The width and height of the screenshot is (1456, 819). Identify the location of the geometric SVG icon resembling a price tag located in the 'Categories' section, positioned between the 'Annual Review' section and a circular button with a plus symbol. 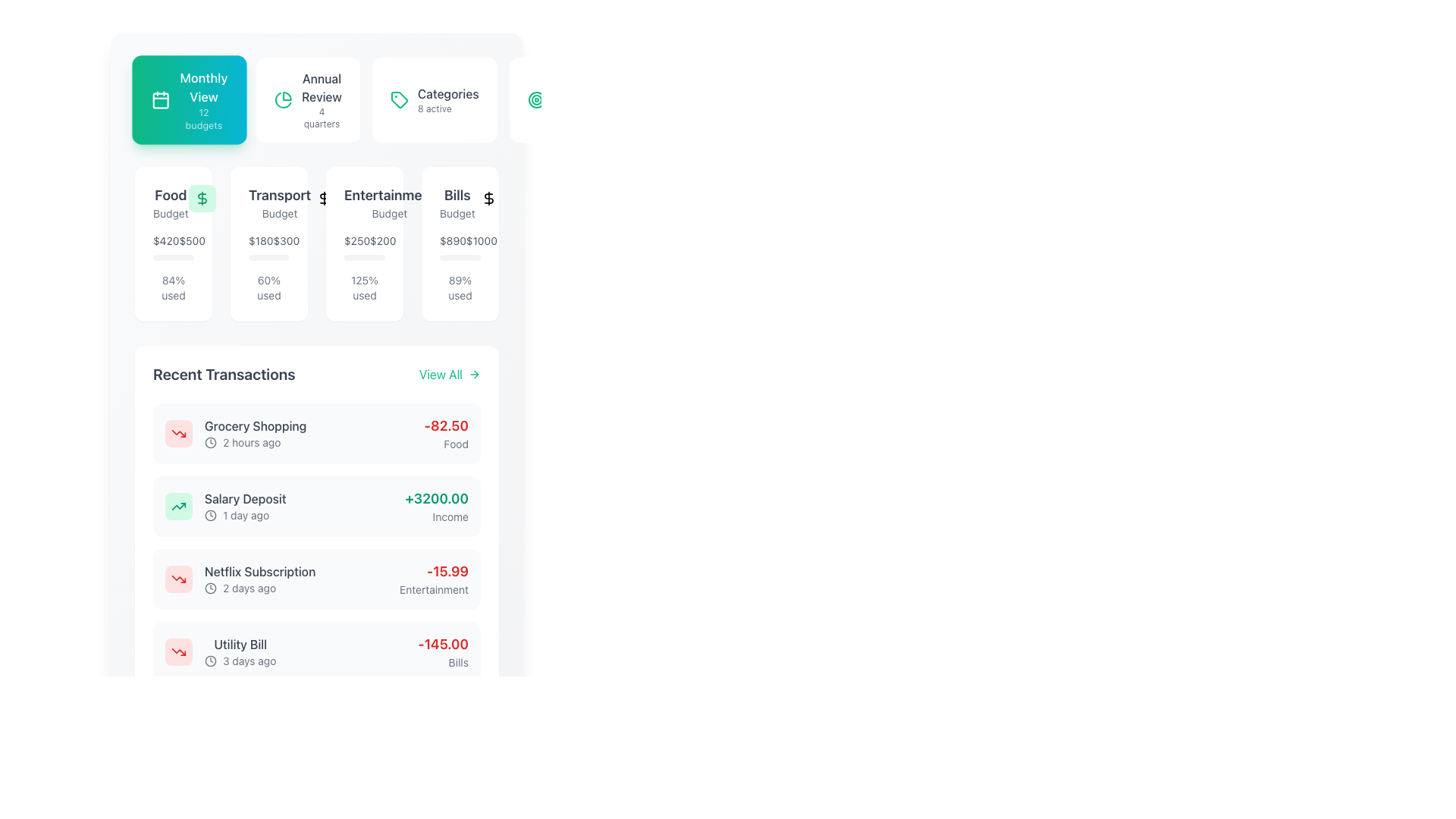
(399, 99).